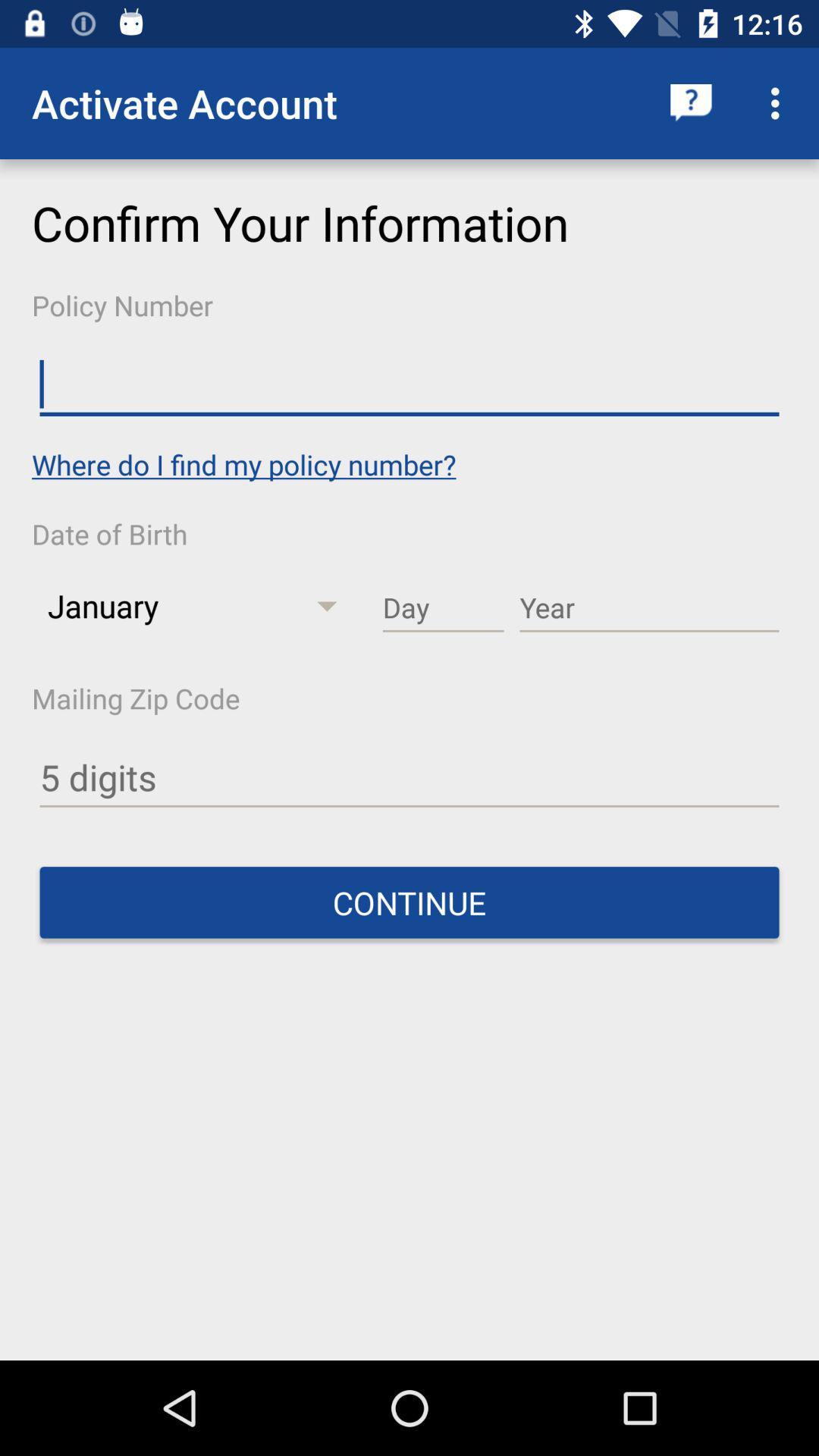 This screenshot has width=819, height=1456. I want to click on the continue, so click(409, 902).